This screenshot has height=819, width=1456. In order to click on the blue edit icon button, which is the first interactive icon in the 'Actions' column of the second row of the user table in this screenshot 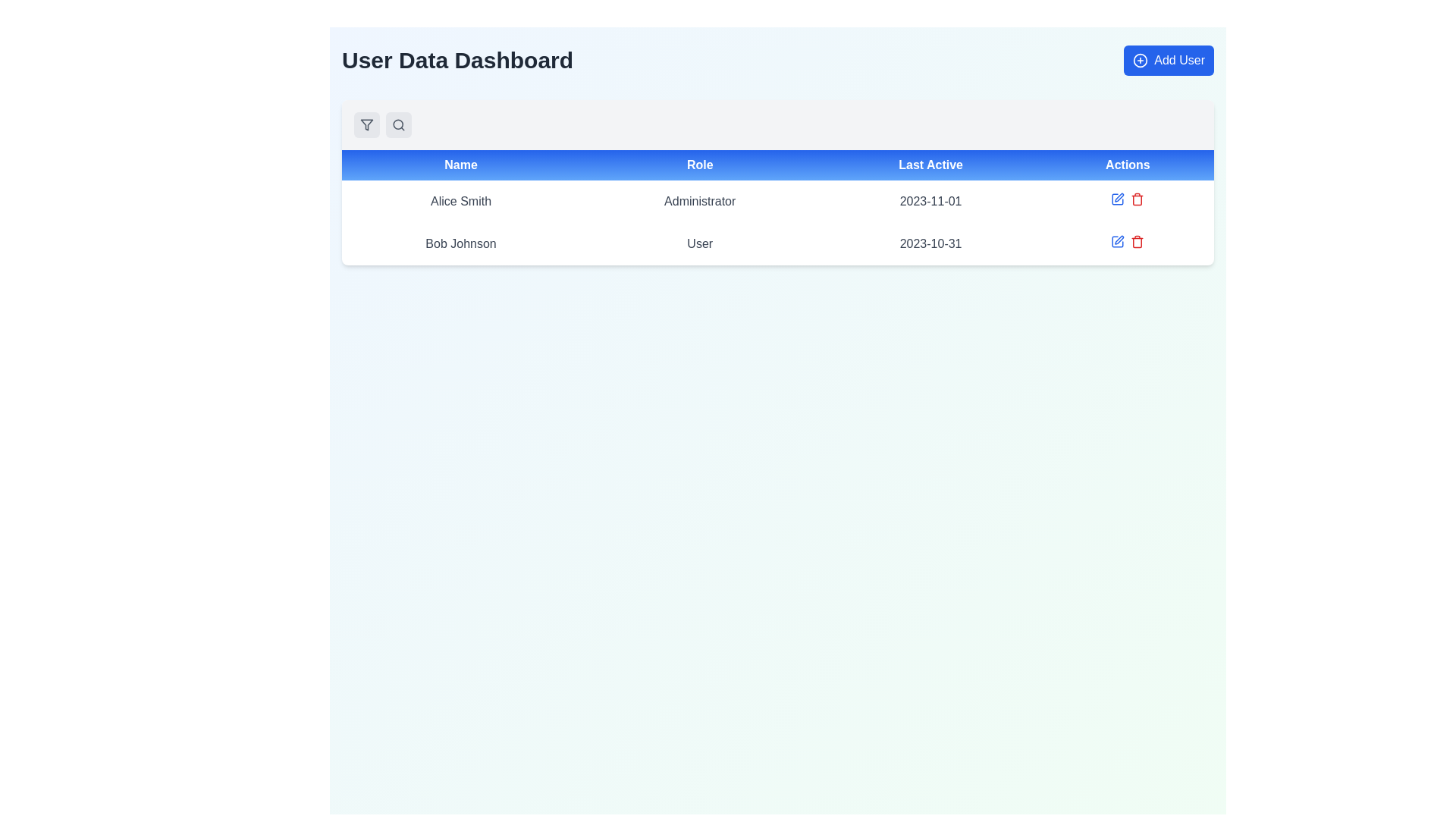, I will do `click(1118, 198)`.